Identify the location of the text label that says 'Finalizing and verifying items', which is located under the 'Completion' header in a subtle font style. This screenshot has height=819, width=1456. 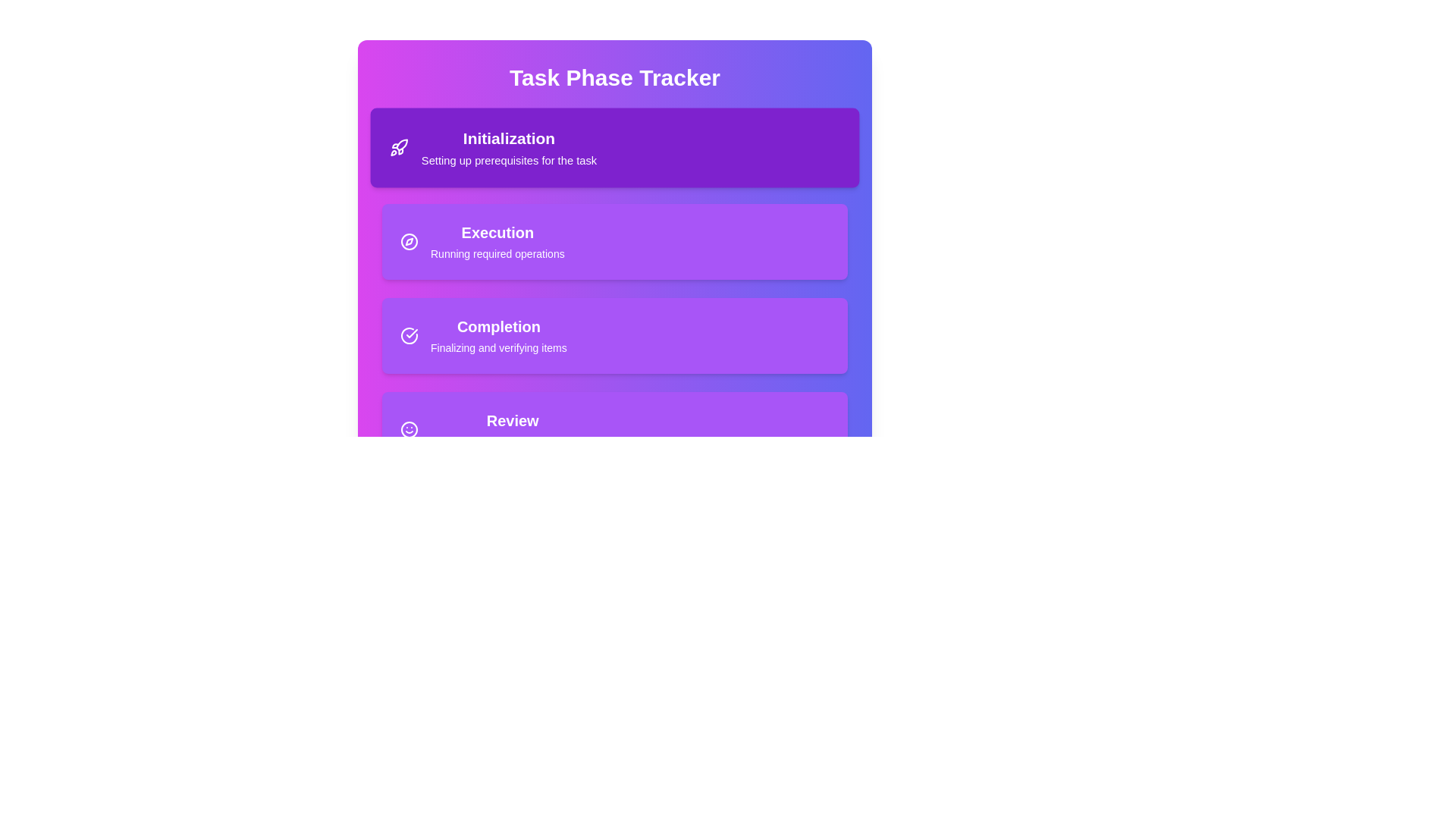
(498, 348).